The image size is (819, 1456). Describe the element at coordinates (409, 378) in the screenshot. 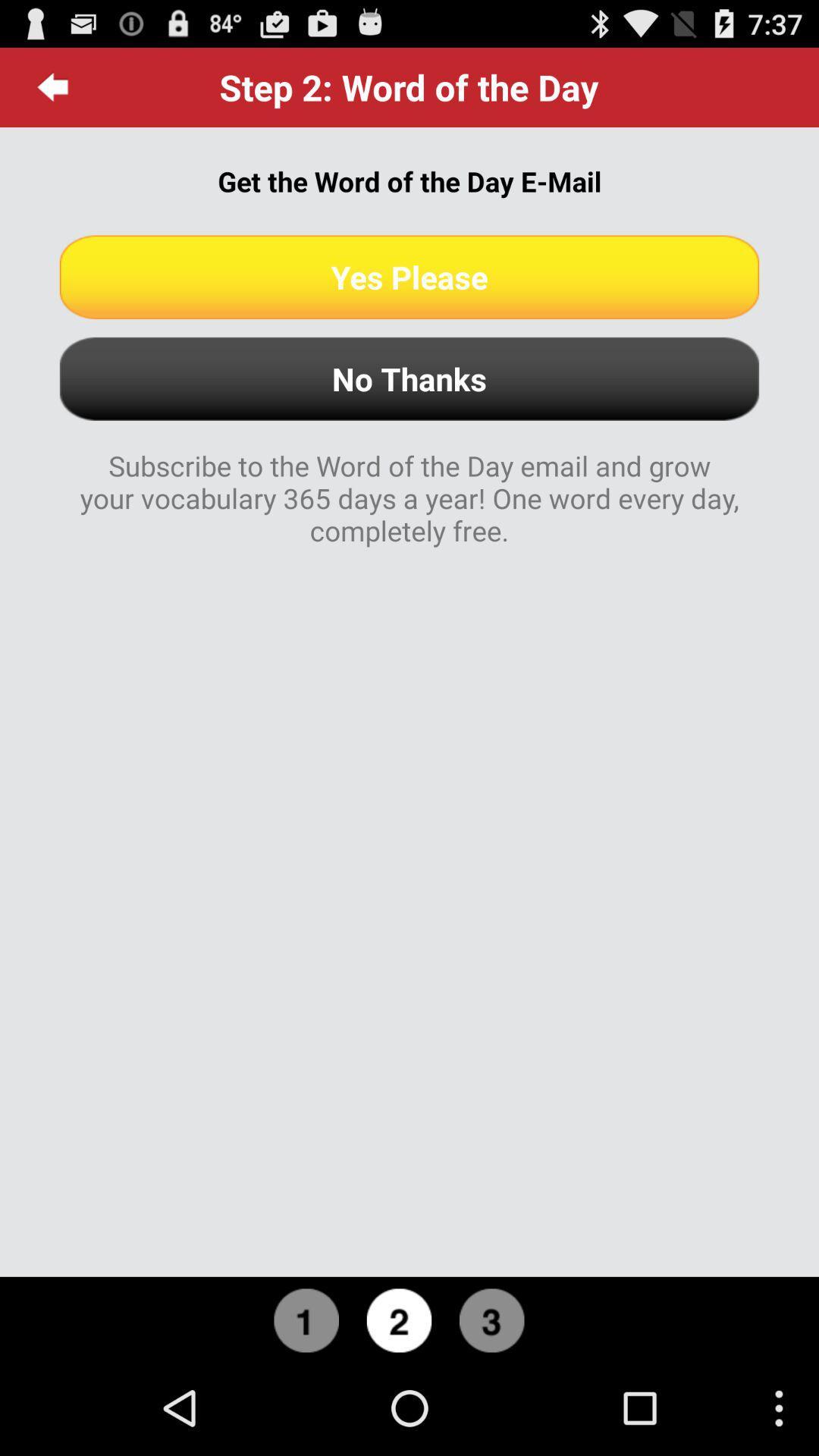

I see `no thanks button` at that location.